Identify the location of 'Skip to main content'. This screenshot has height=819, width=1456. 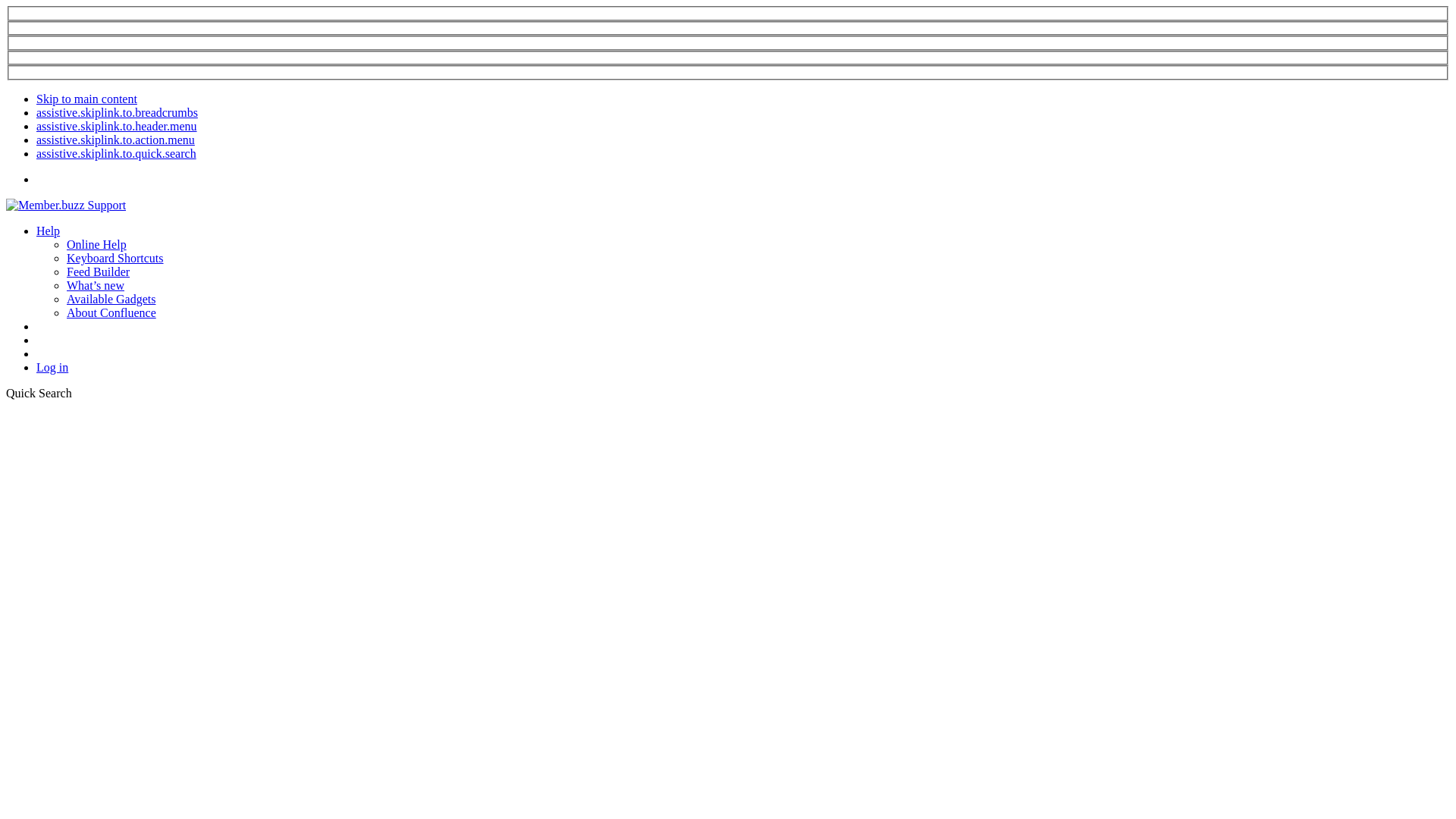
(86, 99).